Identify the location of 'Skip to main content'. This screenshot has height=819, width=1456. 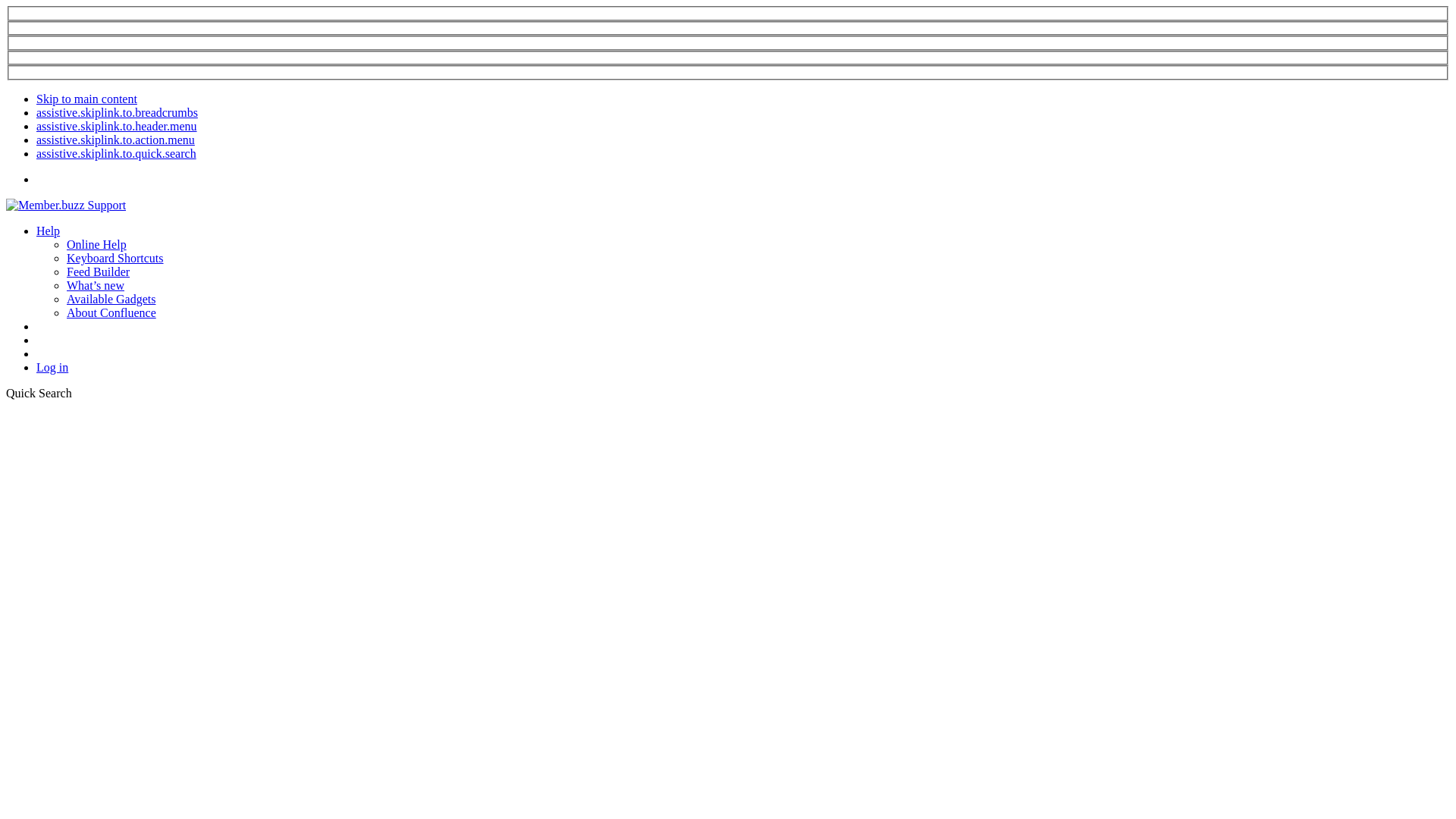
(86, 99).